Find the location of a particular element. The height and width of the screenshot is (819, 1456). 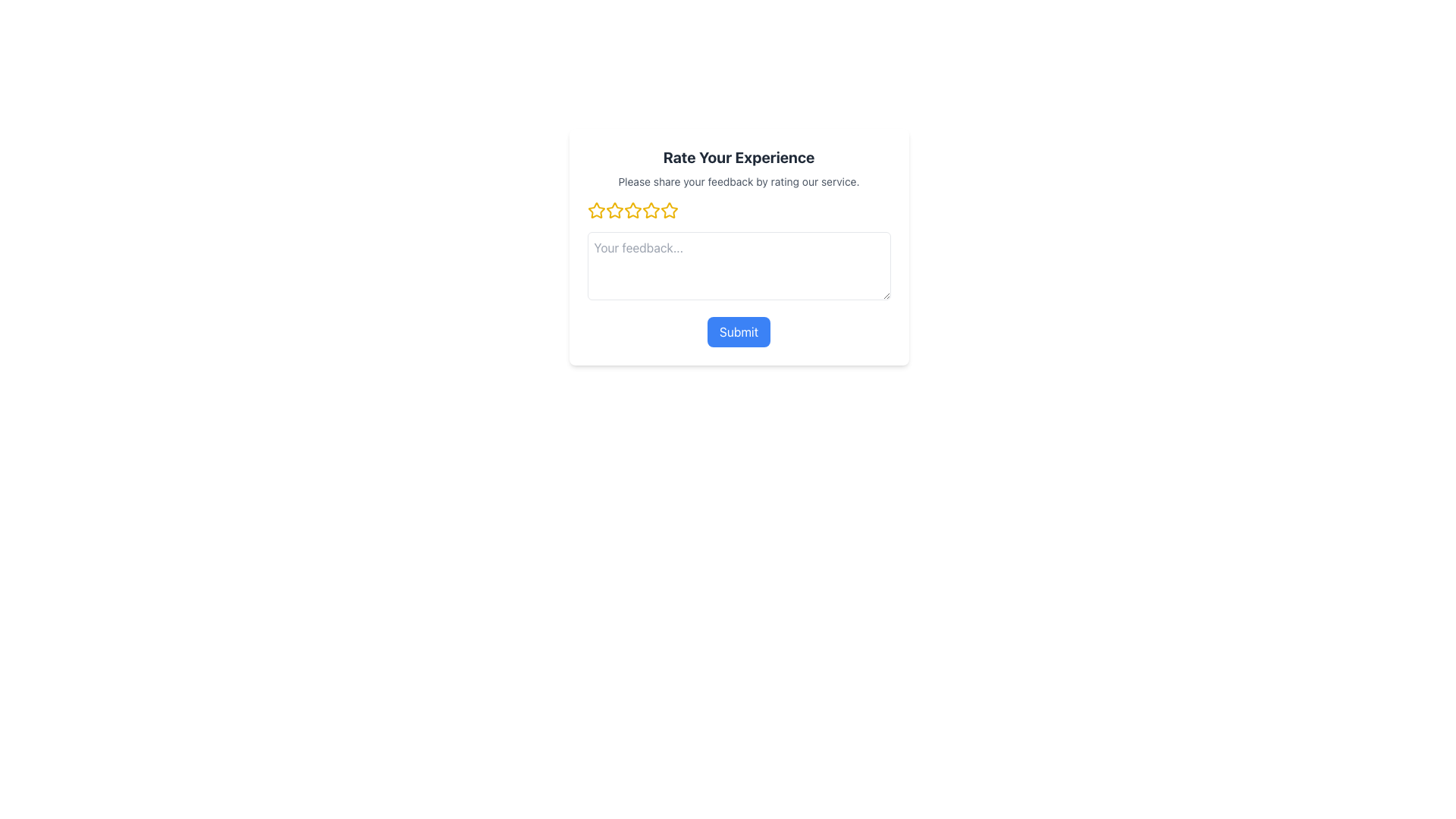

the fifth star icon in the rating interface is located at coordinates (651, 210).